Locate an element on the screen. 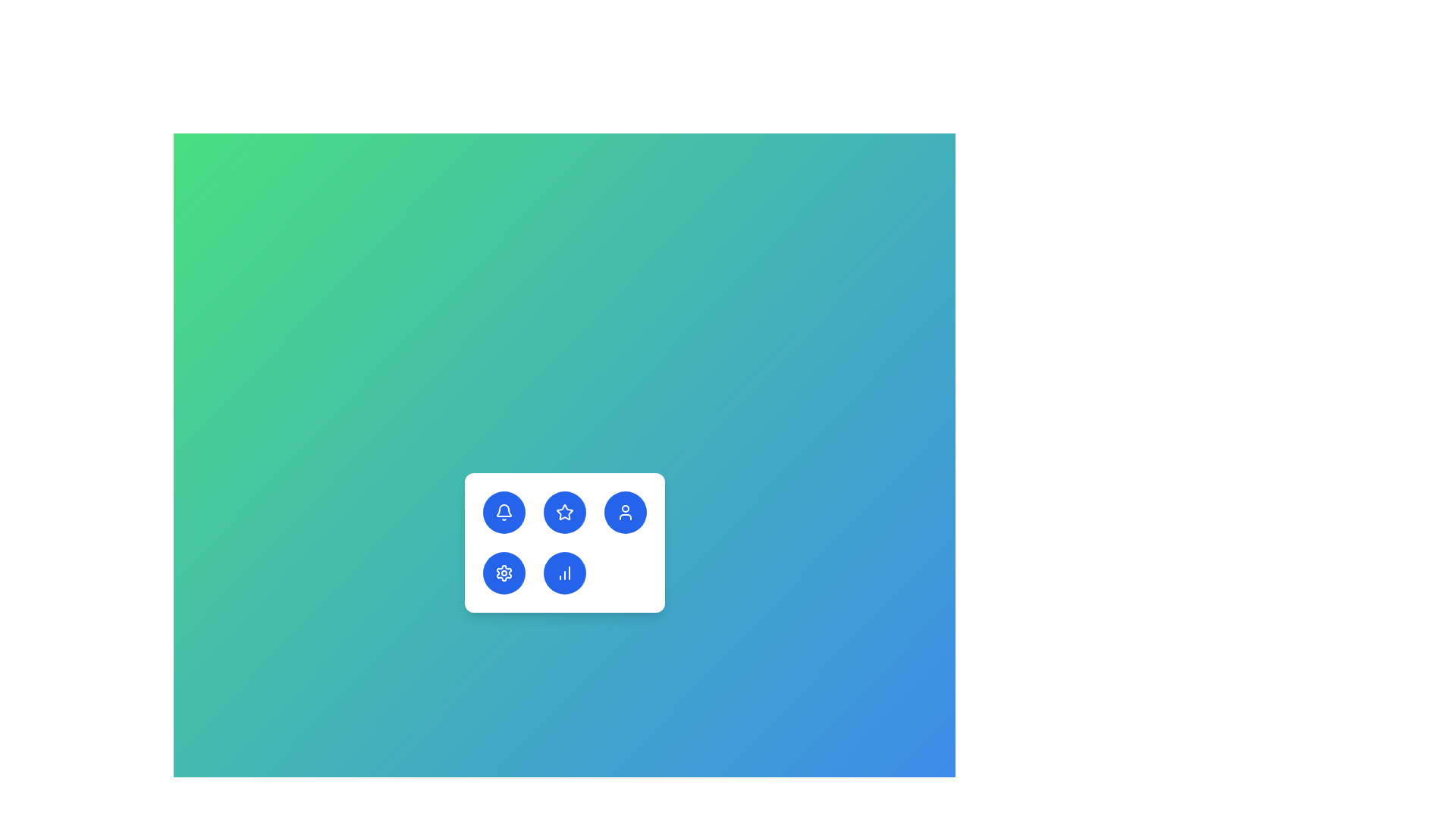 Image resolution: width=1456 pixels, height=819 pixels. the star-shaped icon with a hollow center outlined in white, located is located at coordinates (563, 512).